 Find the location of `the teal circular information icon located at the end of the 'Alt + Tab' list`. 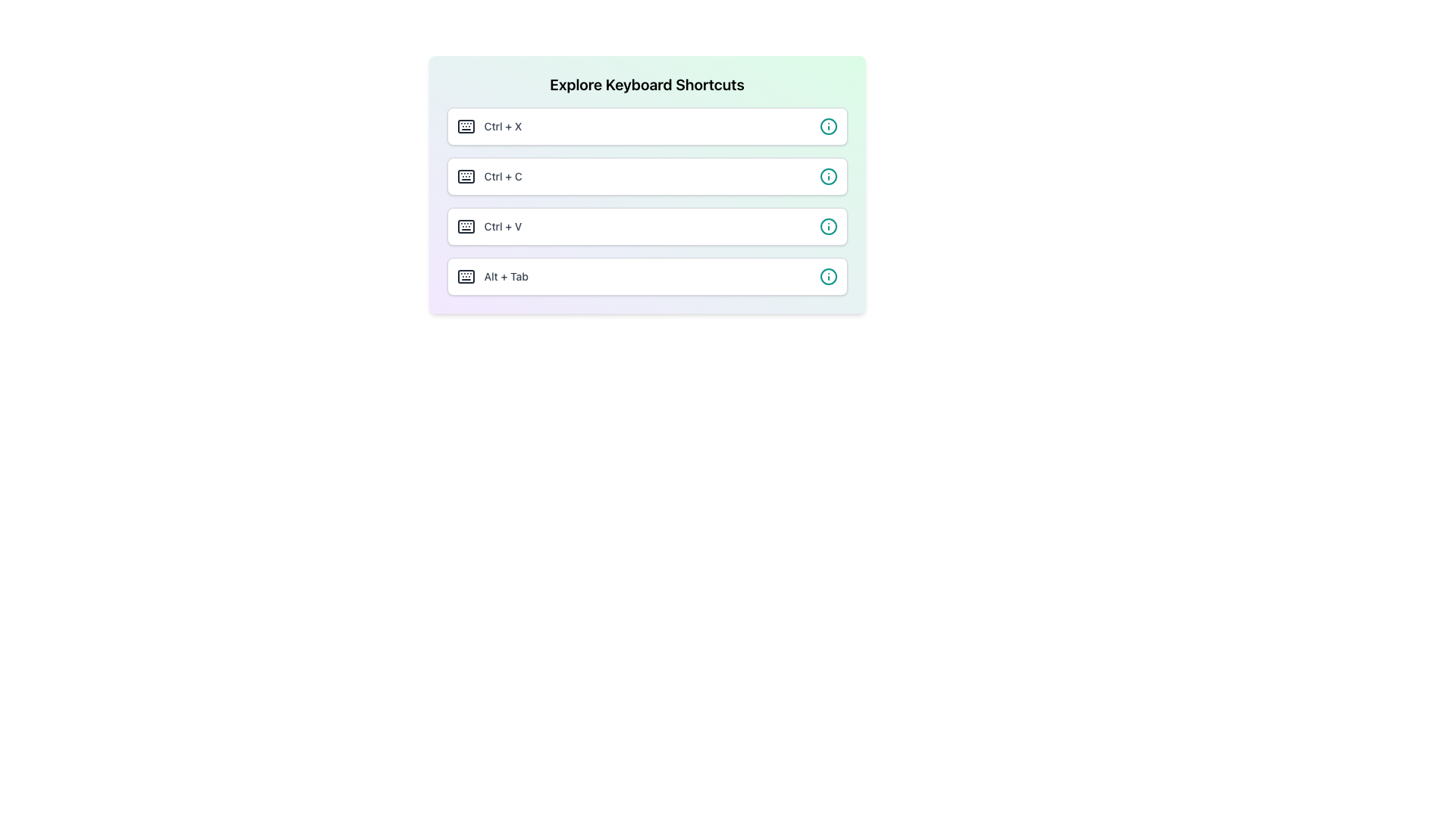

the teal circular information icon located at the end of the 'Alt + Tab' list is located at coordinates (827, 277).